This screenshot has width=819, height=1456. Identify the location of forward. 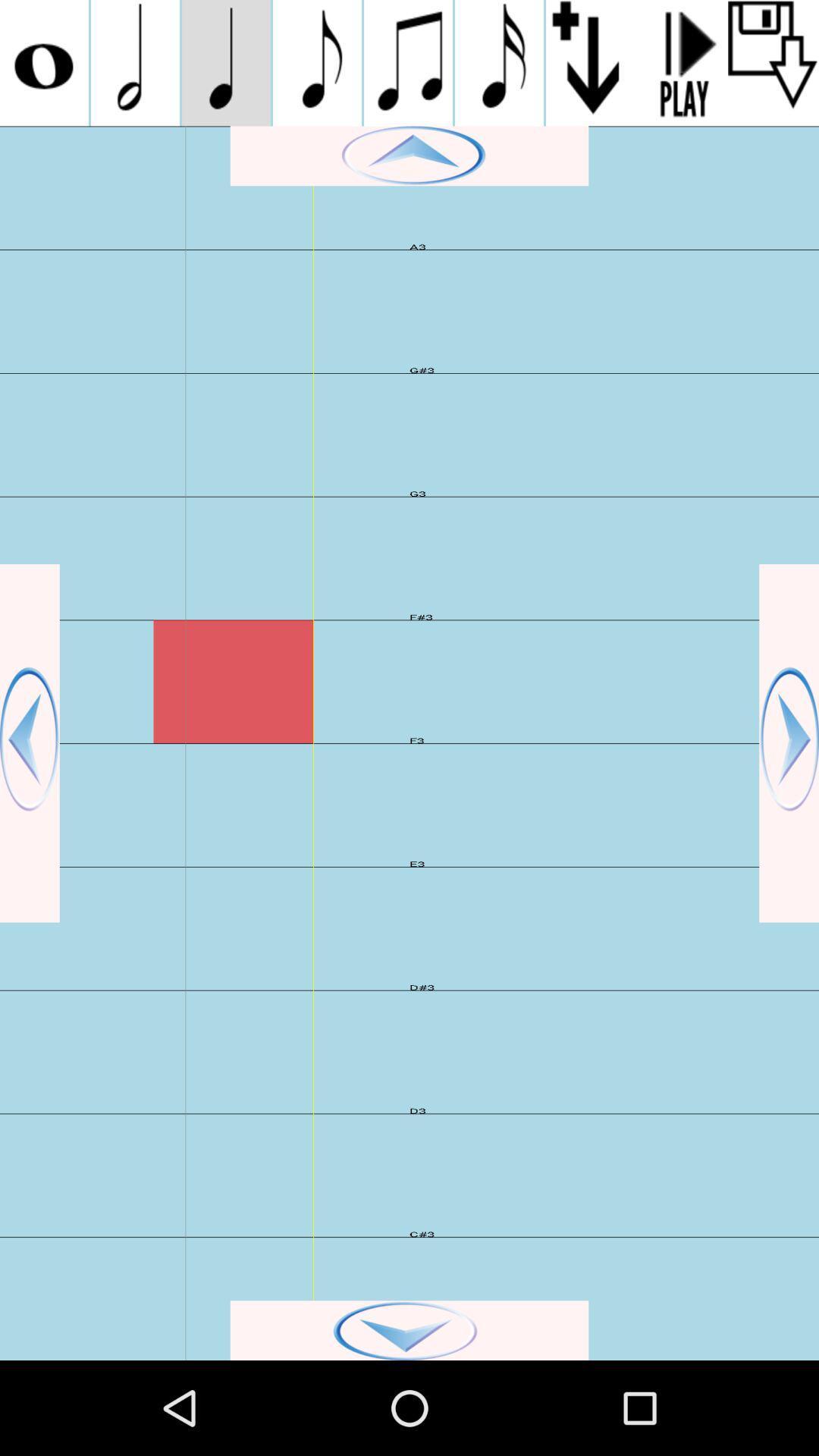
(788, 743).